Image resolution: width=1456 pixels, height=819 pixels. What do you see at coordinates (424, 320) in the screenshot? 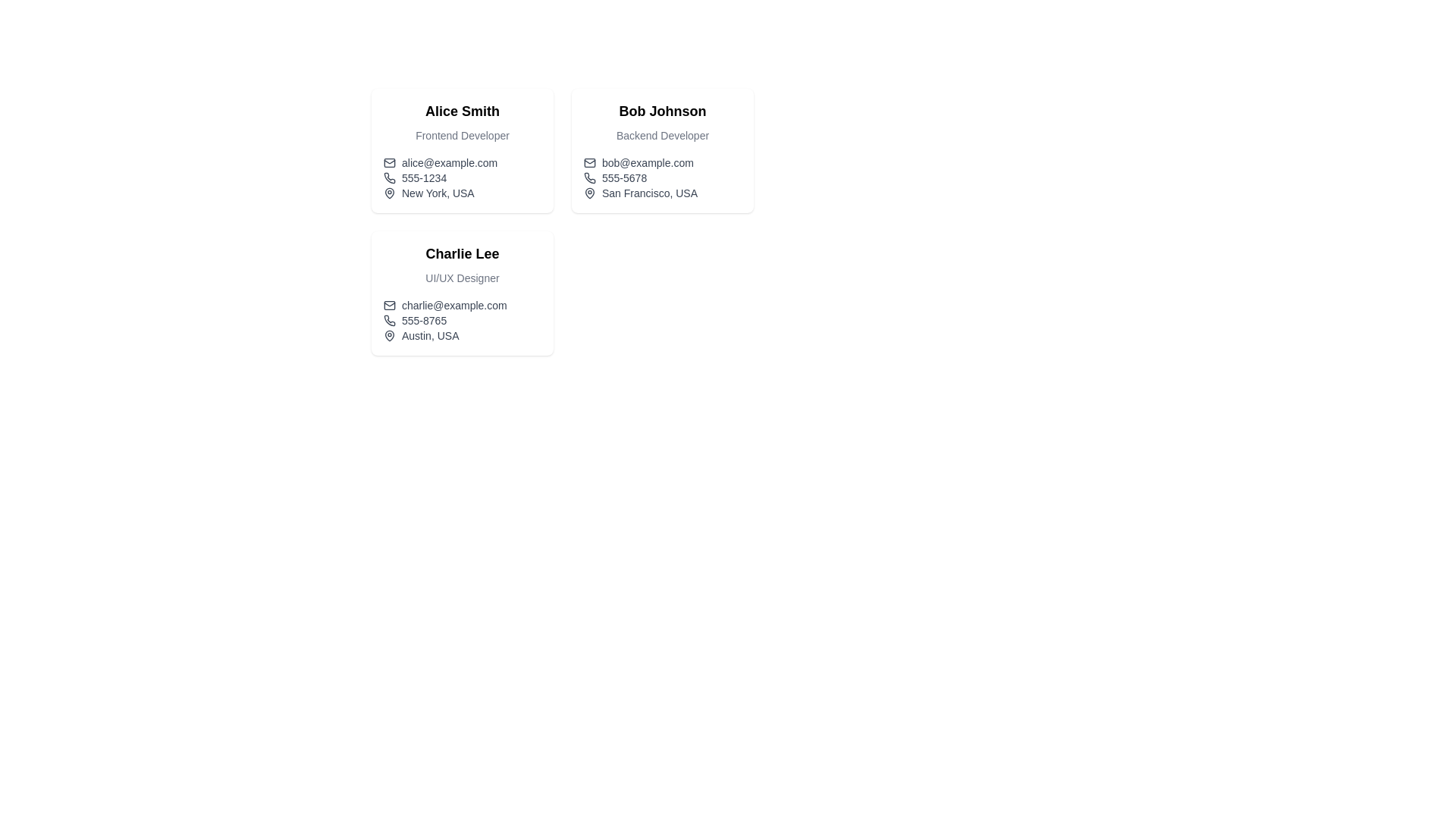
I see `the text label displaying '555-8765' in the contact card of 'Charlie Lee'` at bounding box center [424, 320].